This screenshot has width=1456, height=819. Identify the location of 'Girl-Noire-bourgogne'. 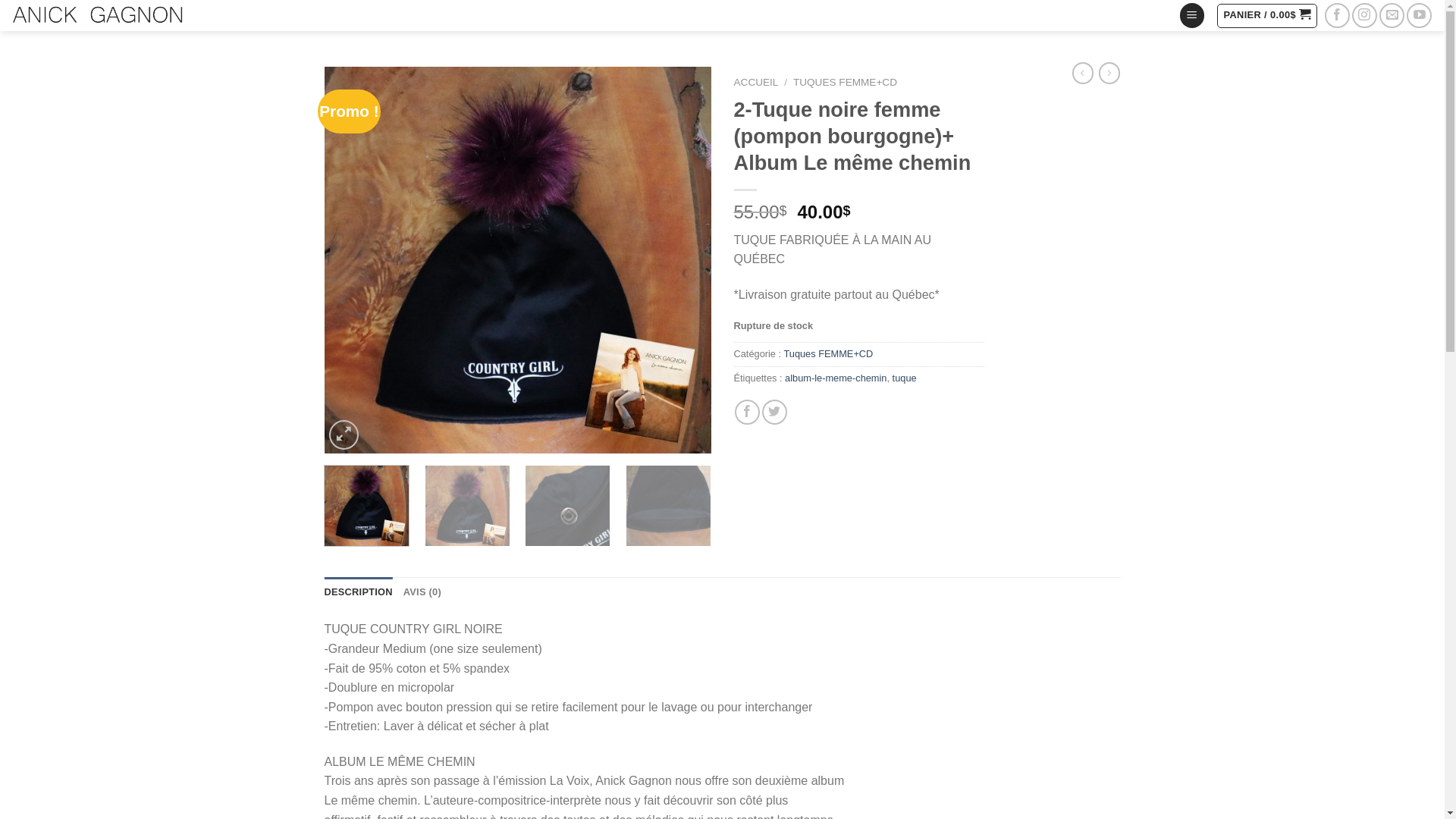
(517, 259).